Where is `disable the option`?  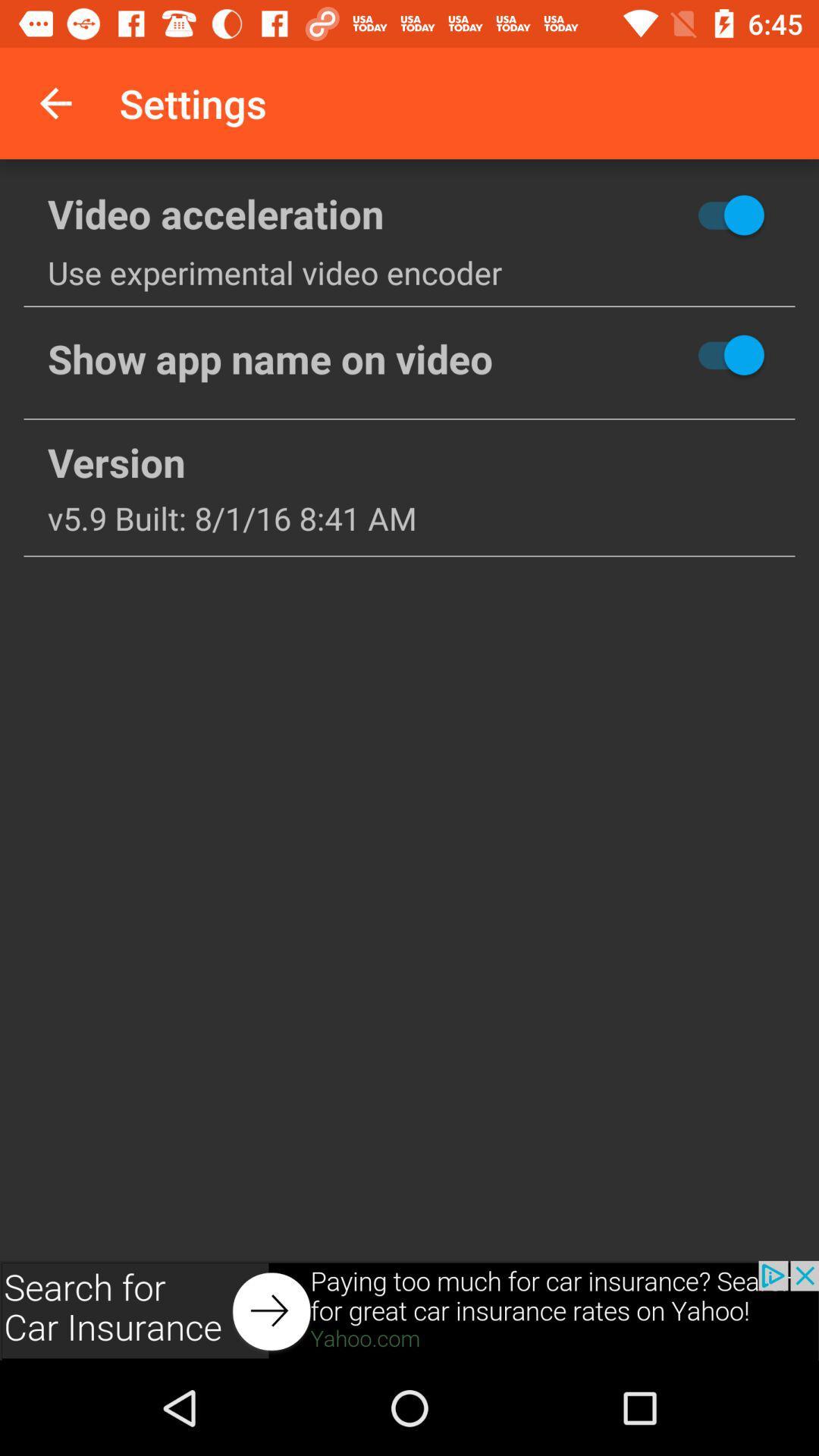
disable the option is located at coordinates (675, 354).